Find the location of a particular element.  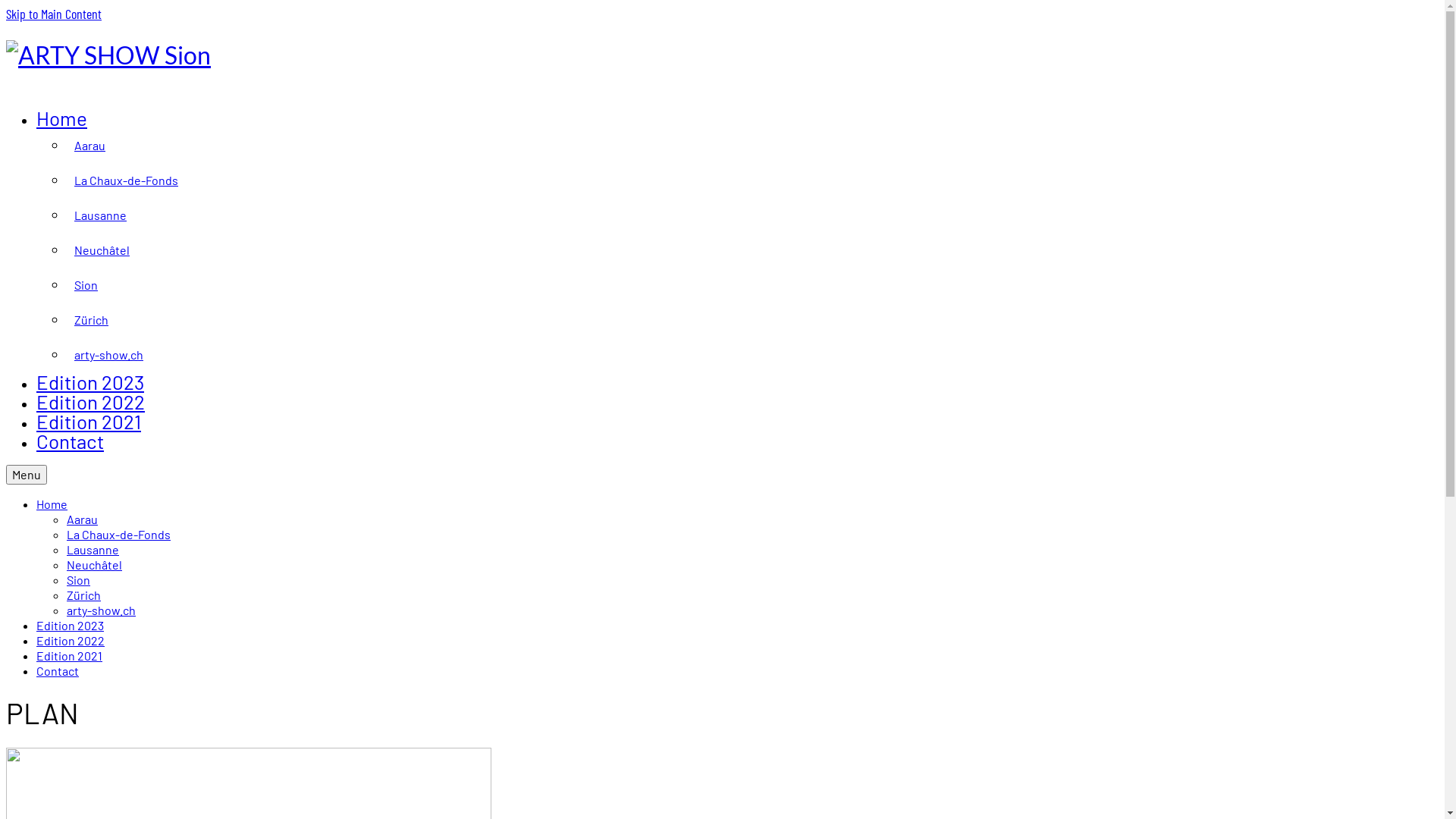

'Home' is located at coordinates (52, 504).